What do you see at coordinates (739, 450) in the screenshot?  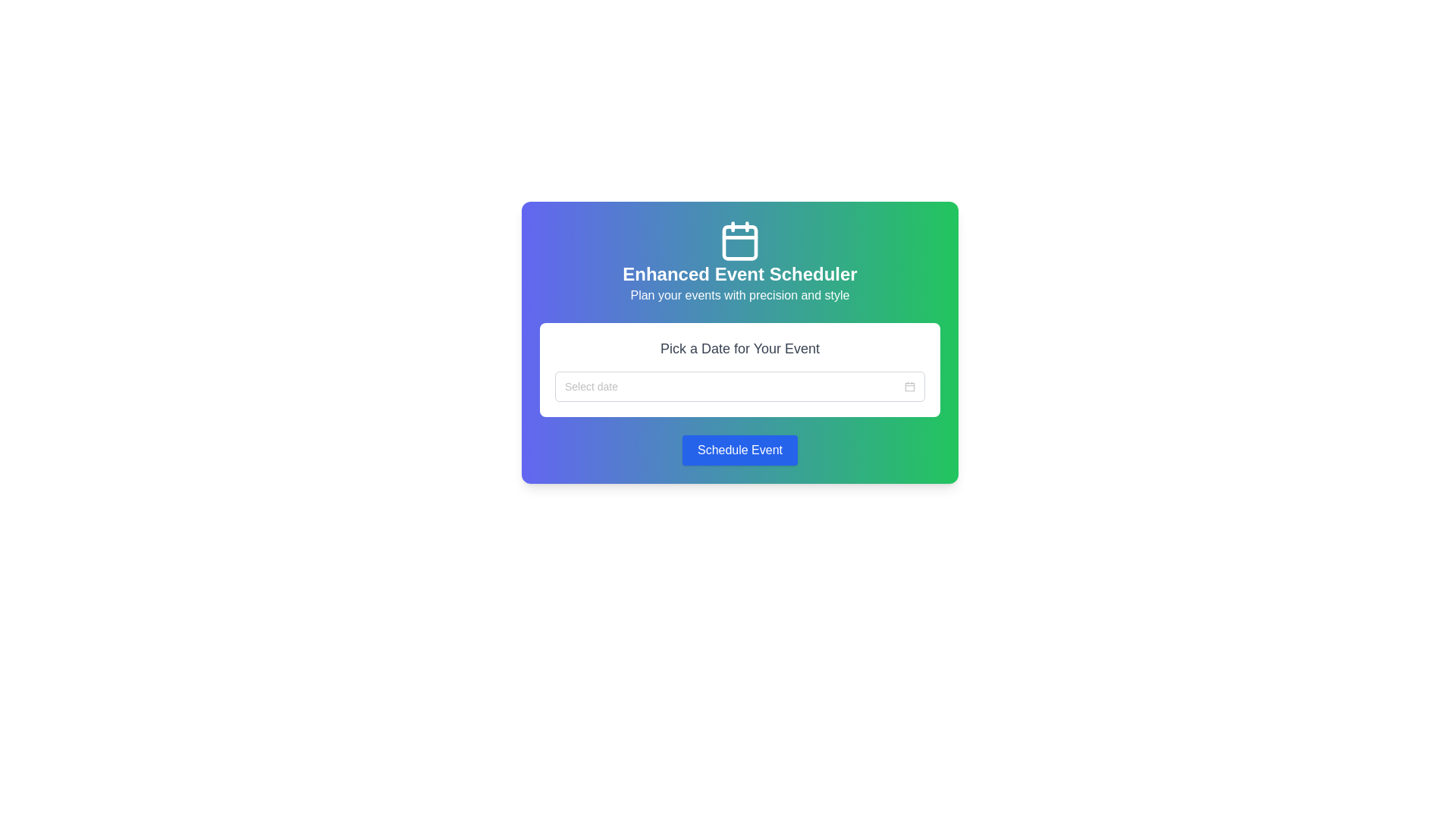 I see `the blue button labeled 'Schedule Event' at the bottom of the card-like section` at bounding box center [739, 450].